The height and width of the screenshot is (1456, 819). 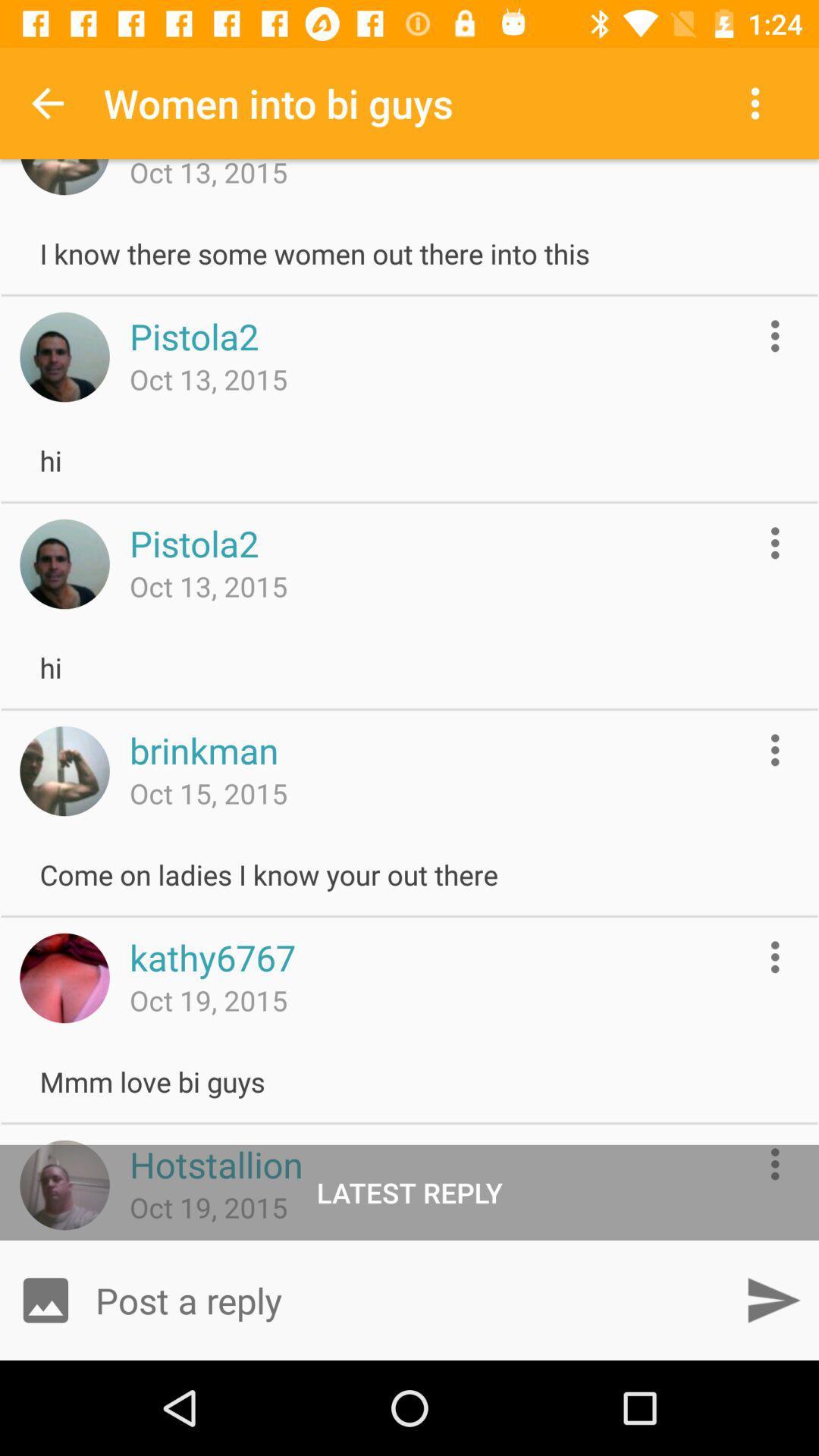 I want to click on icon above the oct 15, 2015, so click(x=203, y=750).